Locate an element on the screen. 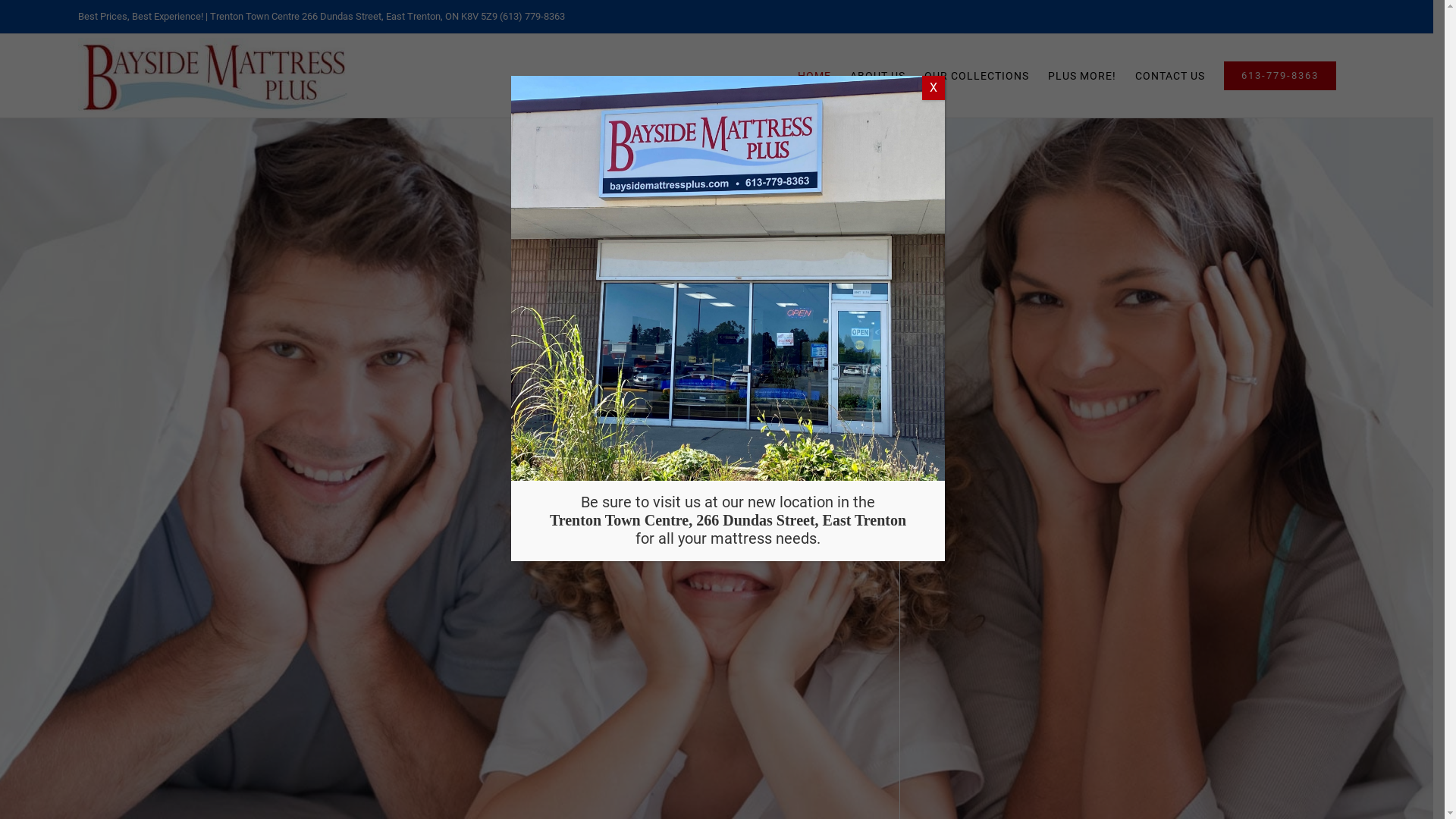 This screenshot has width=1456, height=819. '613-779-8363' is located at coordinates (1279, 76).